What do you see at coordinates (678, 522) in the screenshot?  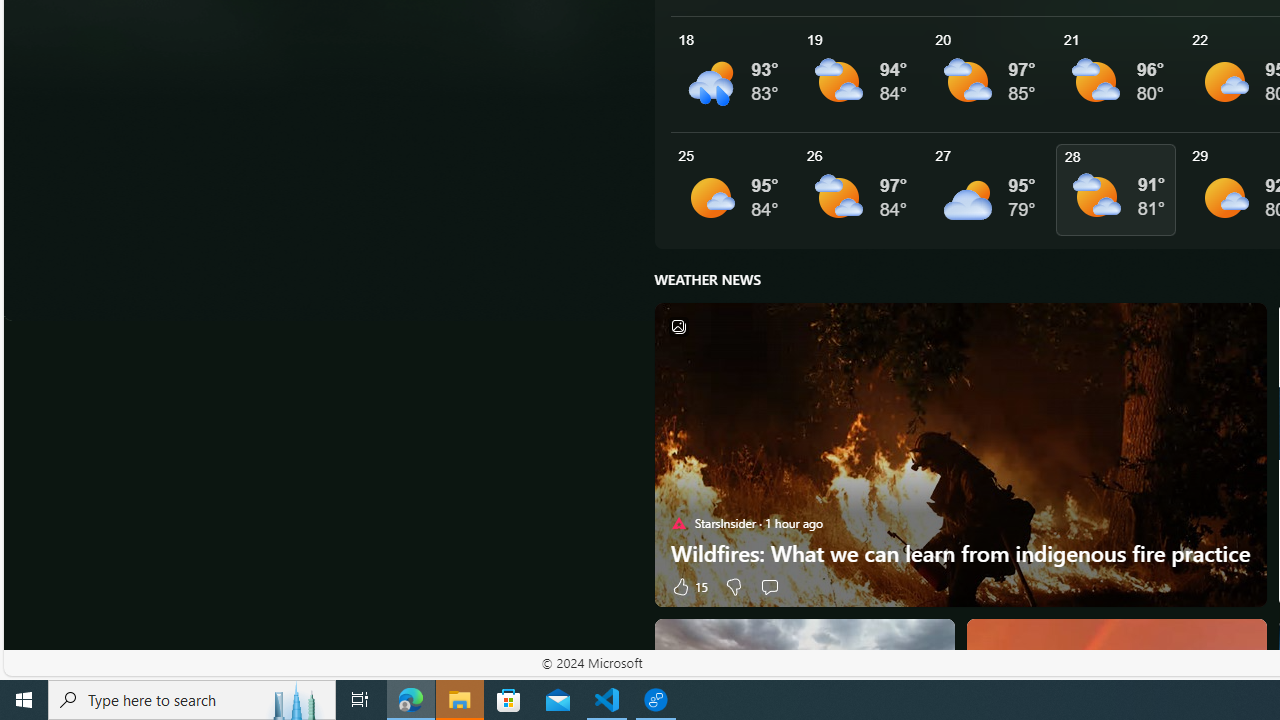 I see `'StarsInsider'` at bounding box center [678, 522].